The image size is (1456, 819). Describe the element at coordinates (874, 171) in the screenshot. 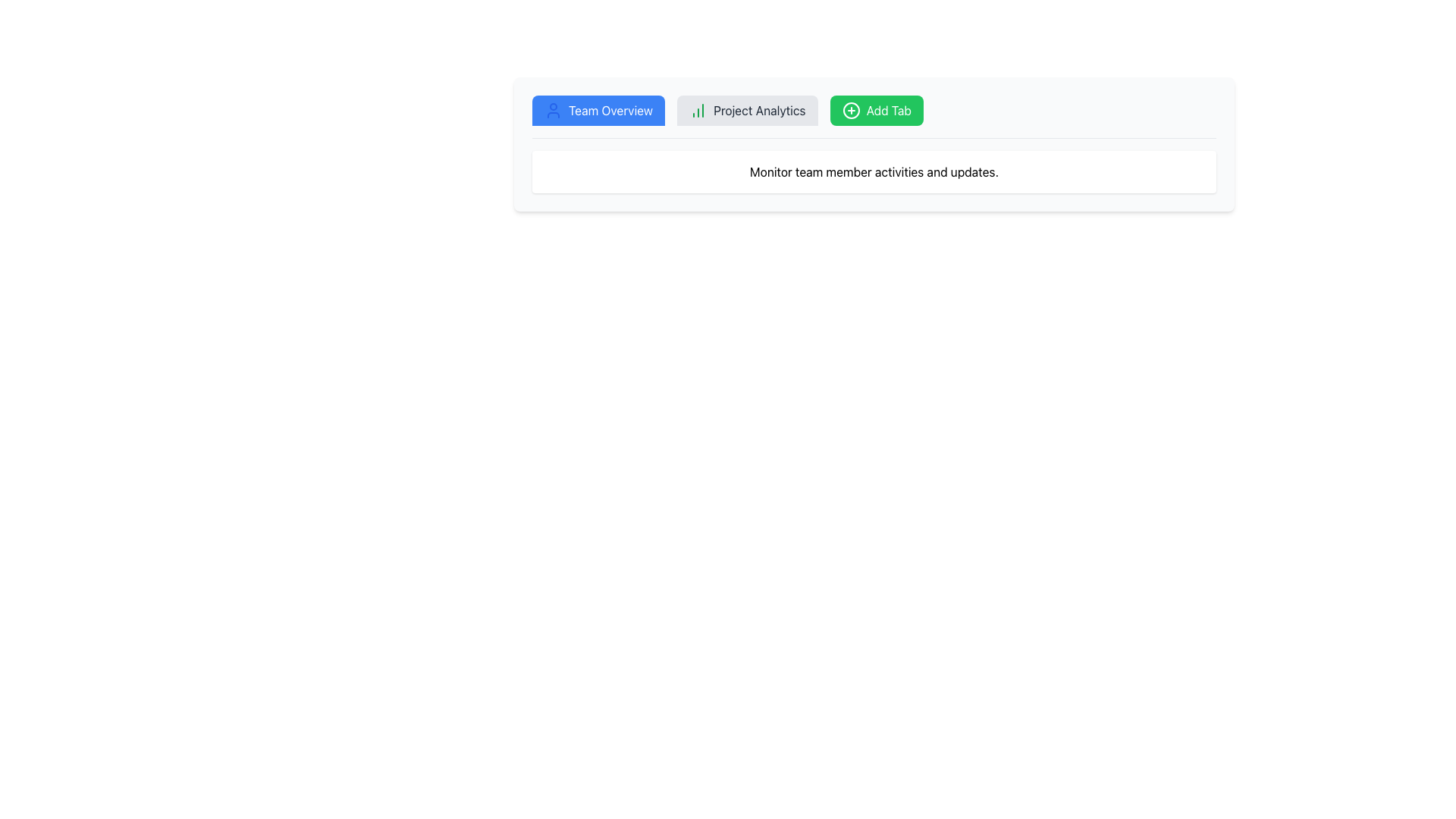

I see `text phrase 'Monitor team member activities and updates.' displayed within the white card-like text block located centrally below the interactive tabs` at that location.